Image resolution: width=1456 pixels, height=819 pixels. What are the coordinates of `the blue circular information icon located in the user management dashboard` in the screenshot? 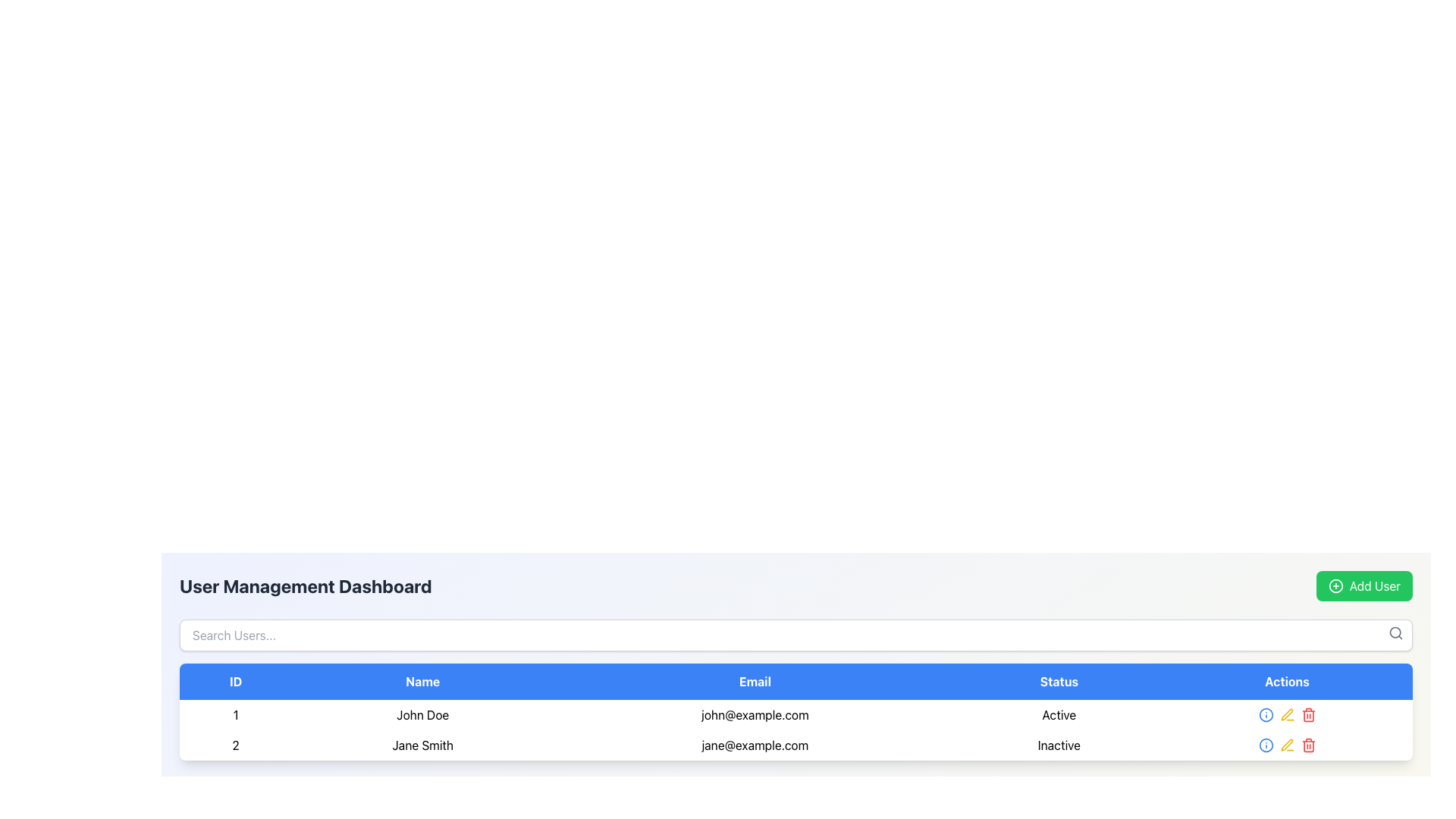 It's located at (1266, 745).